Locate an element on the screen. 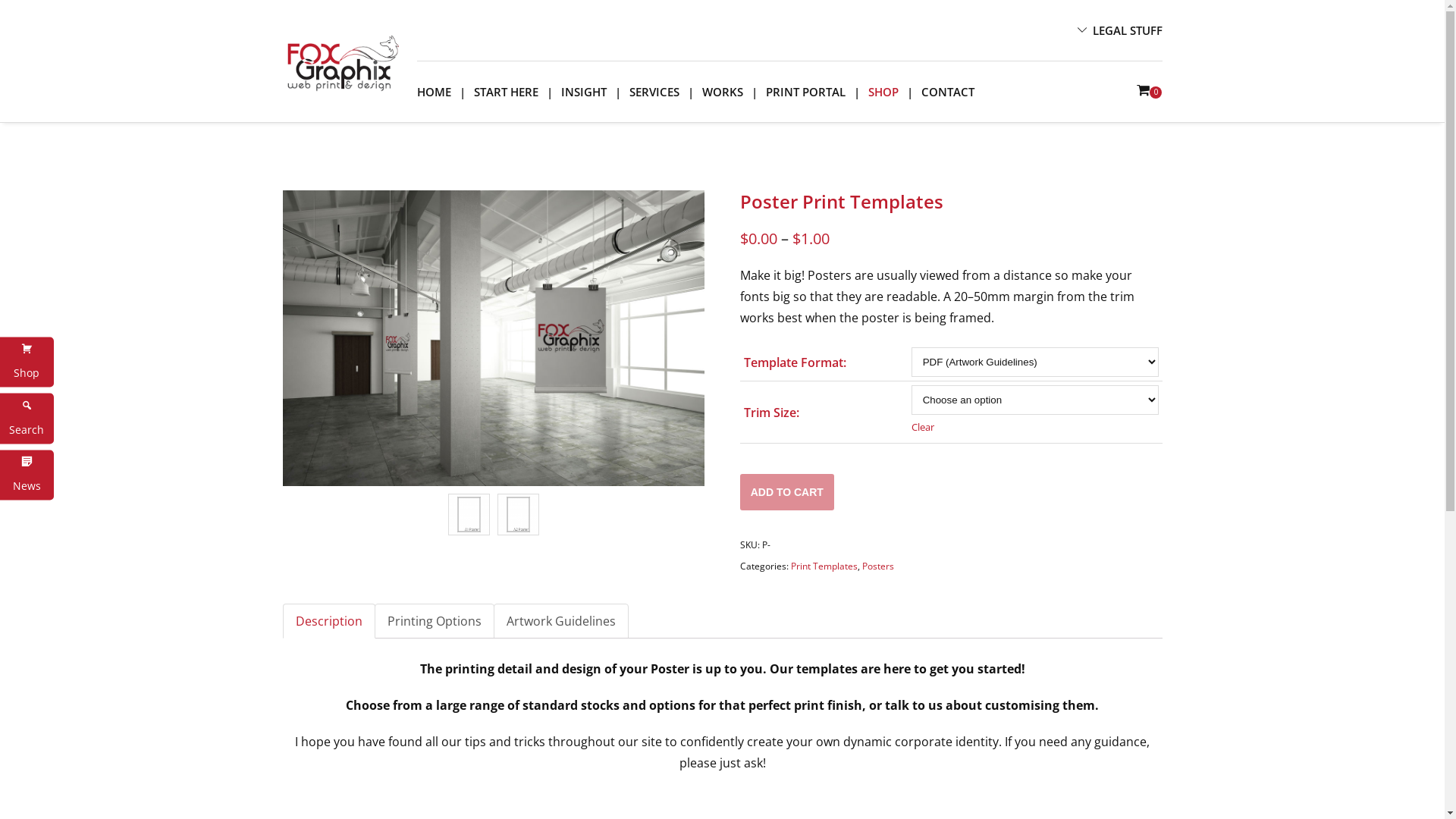 The width and height of the screenshot is (1456, 819). 'Posters' is located at coordinates (862, 566).